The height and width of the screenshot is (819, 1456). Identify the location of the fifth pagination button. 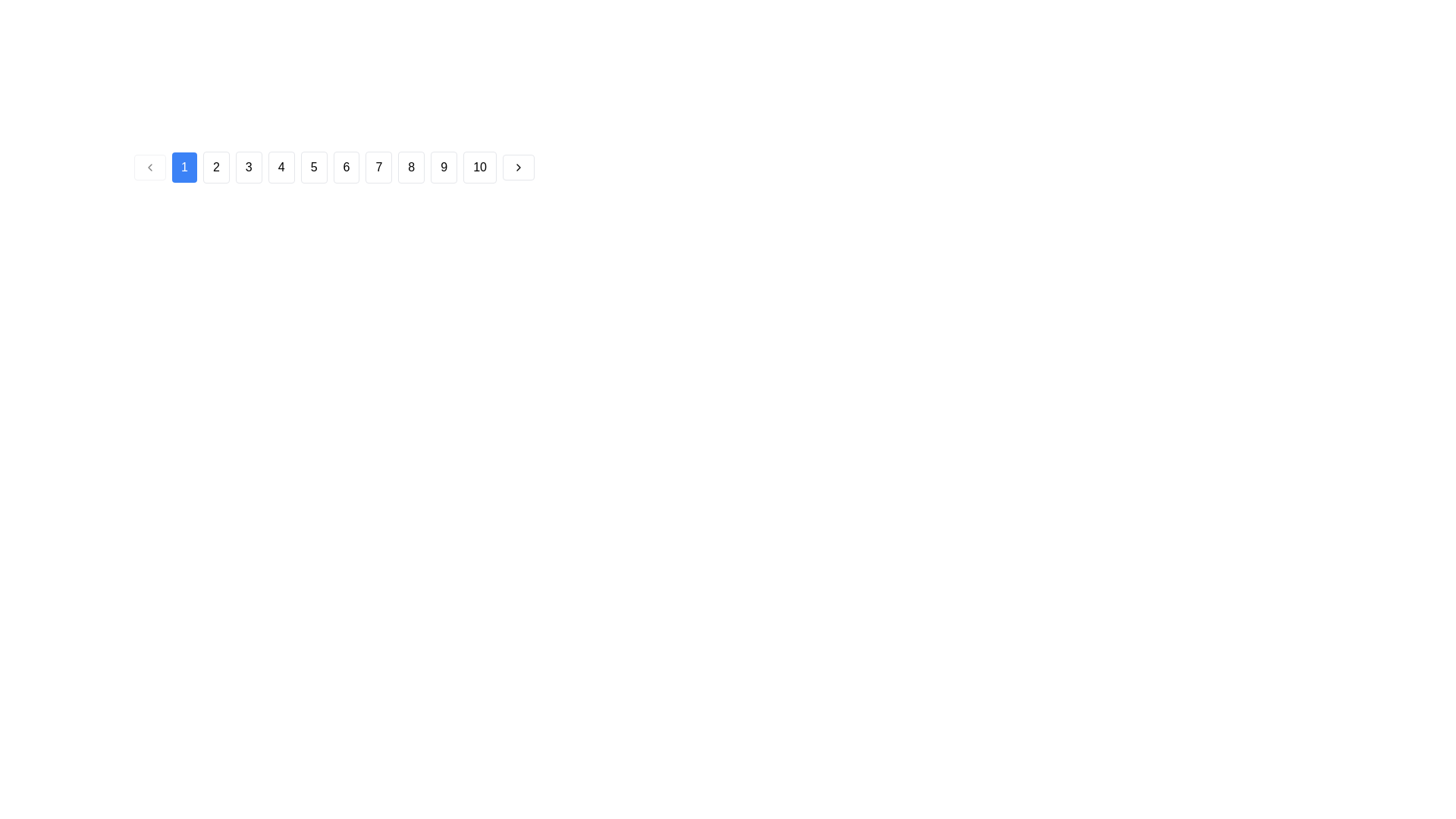
(312, 167).